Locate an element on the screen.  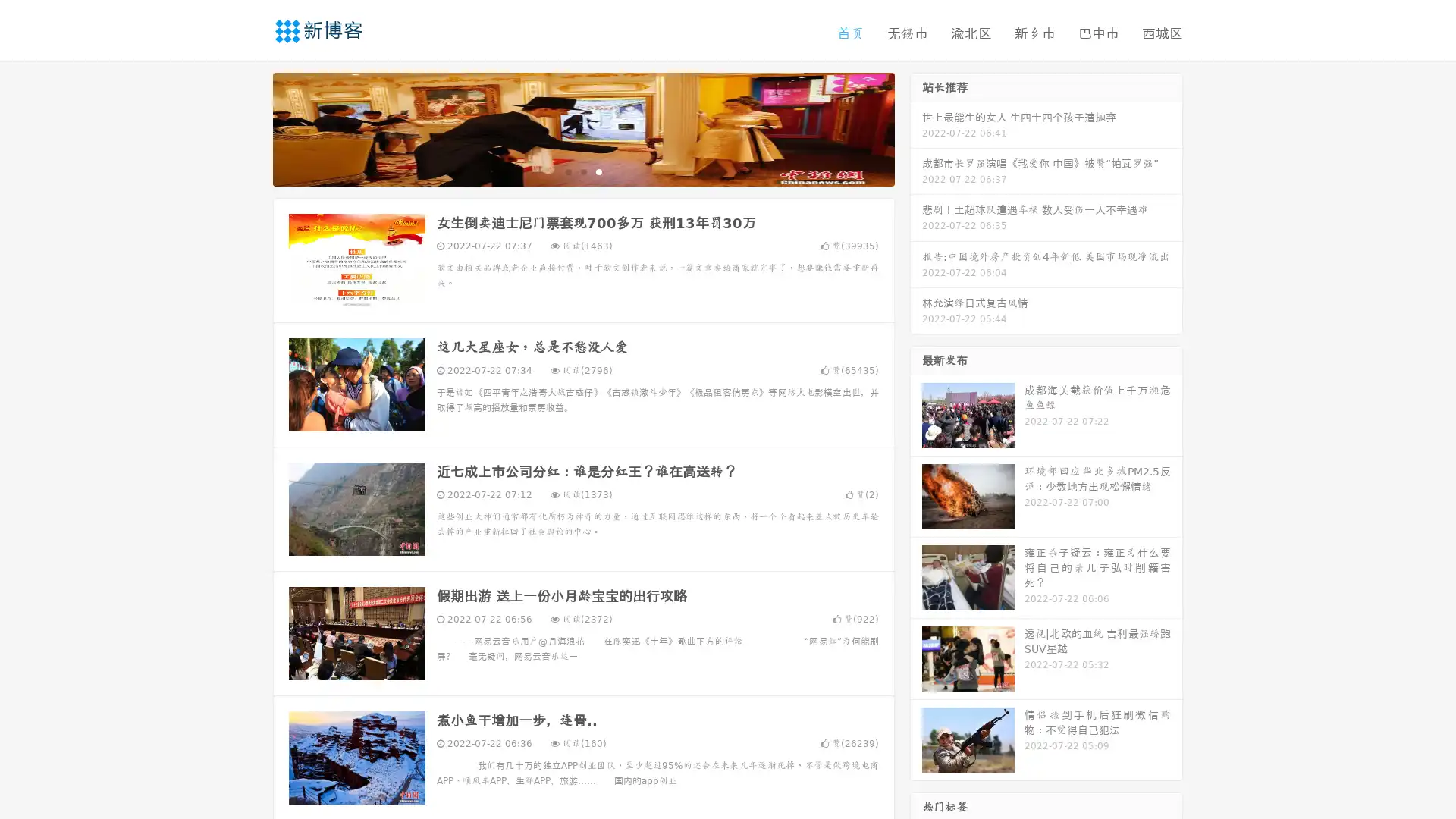
Go to slide 3 is located at coordinates (598, 171).